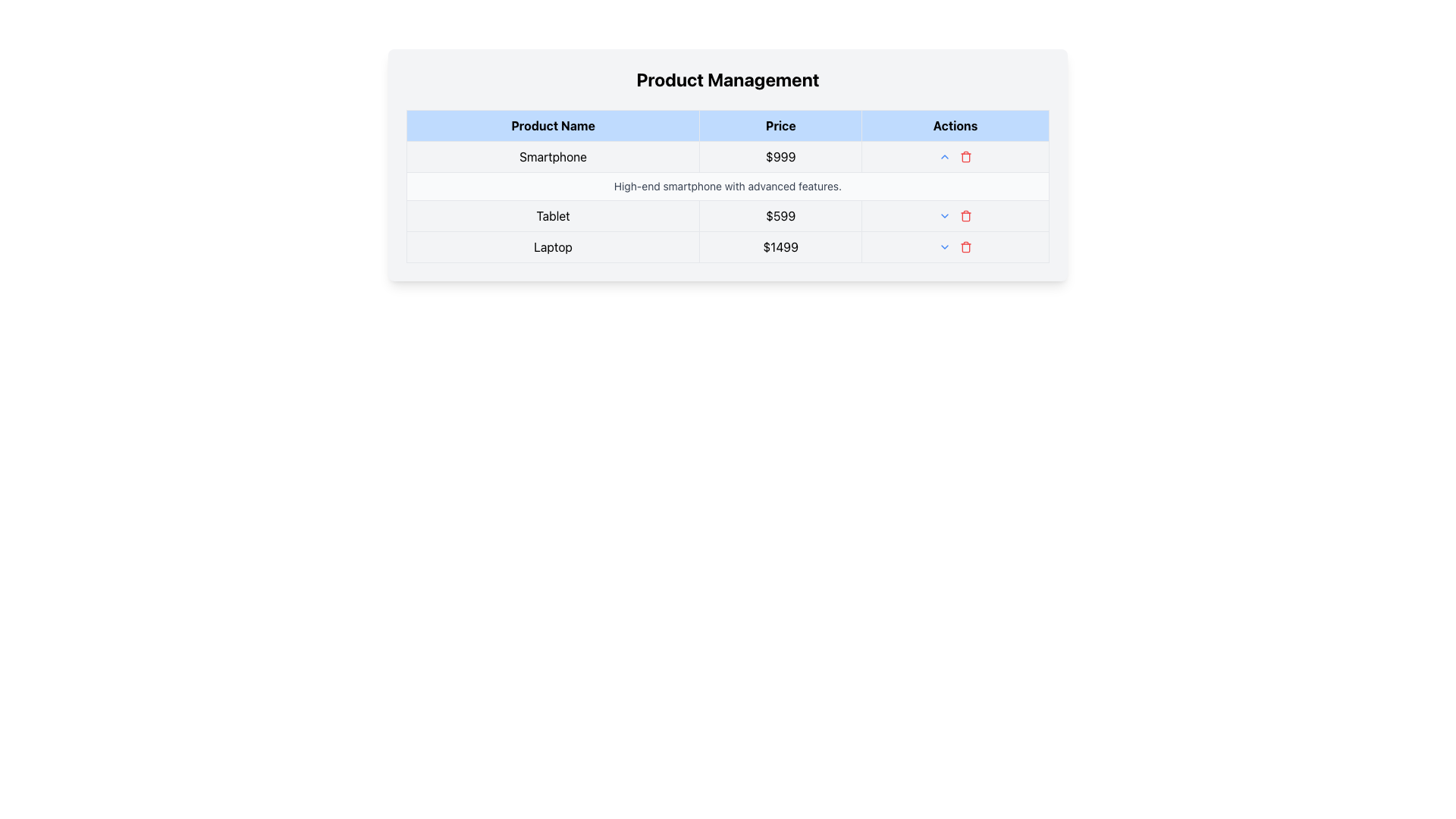 This screenshot has width=1456, height=819. What do you see at coordinates (965, 246) in the screenshot?
I see `the red-colored trash can icon button located in the 'Actions' column of the last row of the table` at bounding box center [965, 246].